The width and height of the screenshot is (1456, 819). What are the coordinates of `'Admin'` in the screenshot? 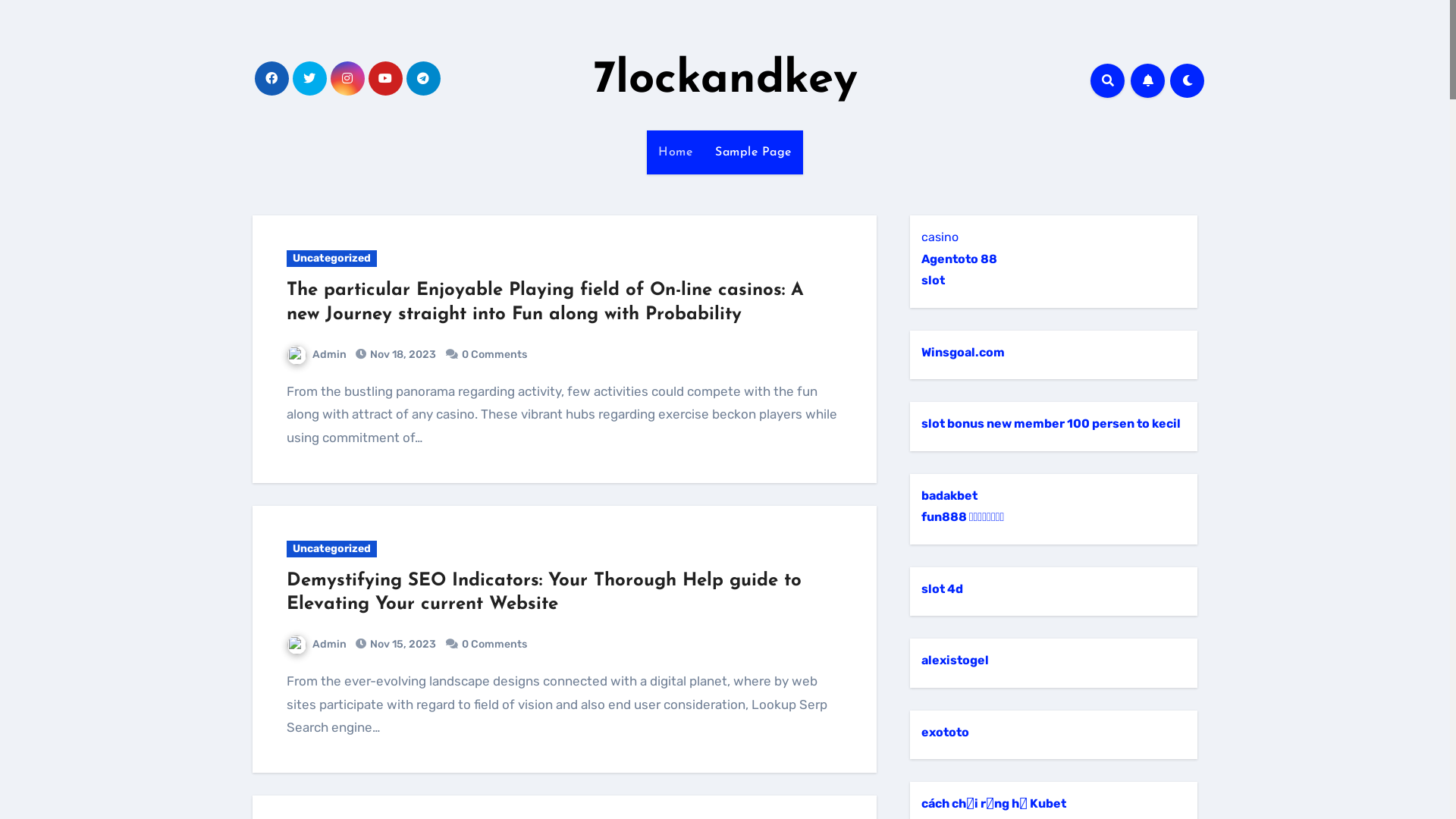 It's located at (315, 644).